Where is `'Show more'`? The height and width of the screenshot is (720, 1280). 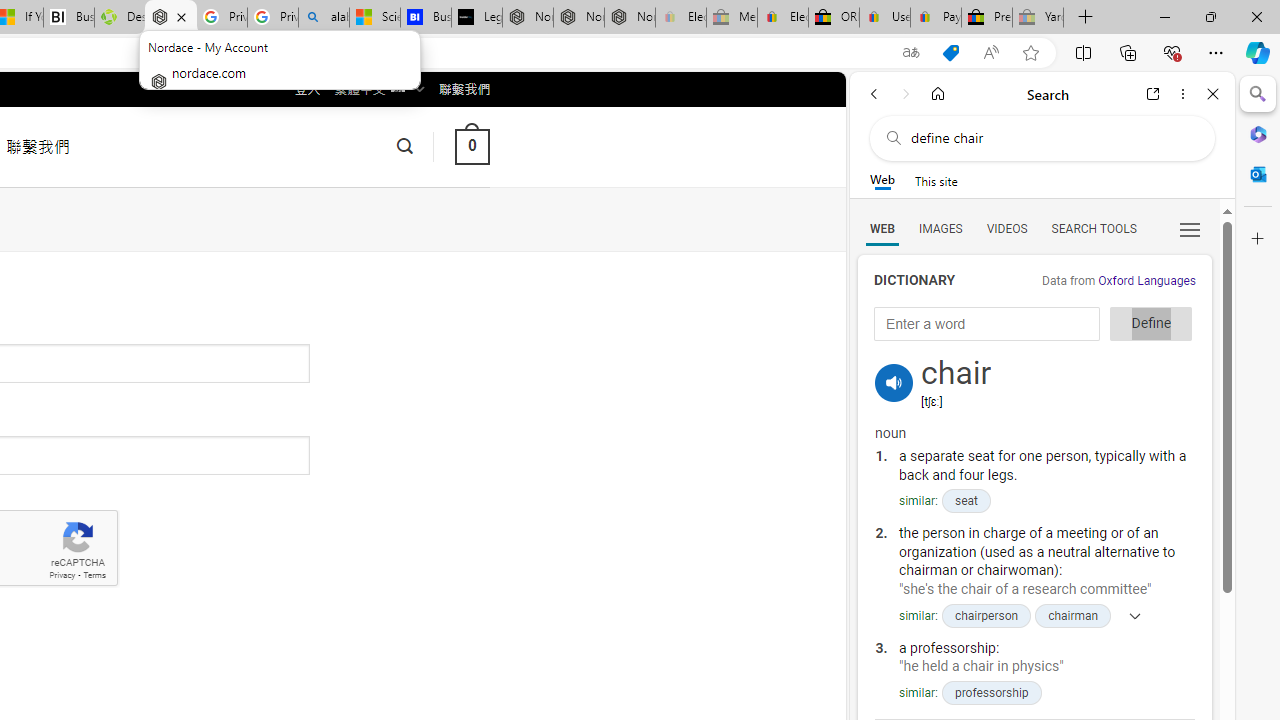 'Show more' is located at coordinates (1129, 614).